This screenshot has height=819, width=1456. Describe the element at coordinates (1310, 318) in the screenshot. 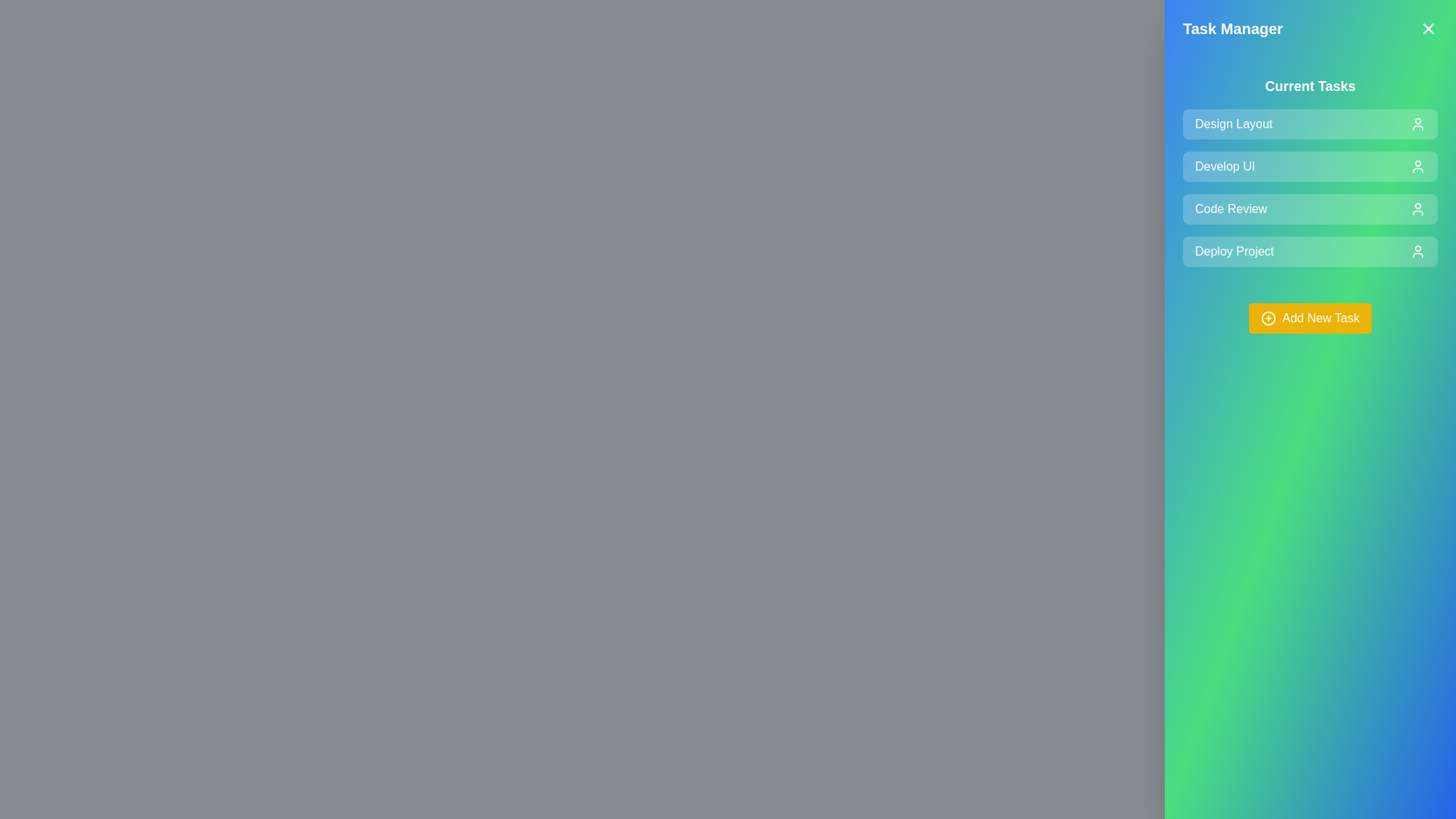

I see `the centrally aligned button at the bottom of the task manager panel` at that location.